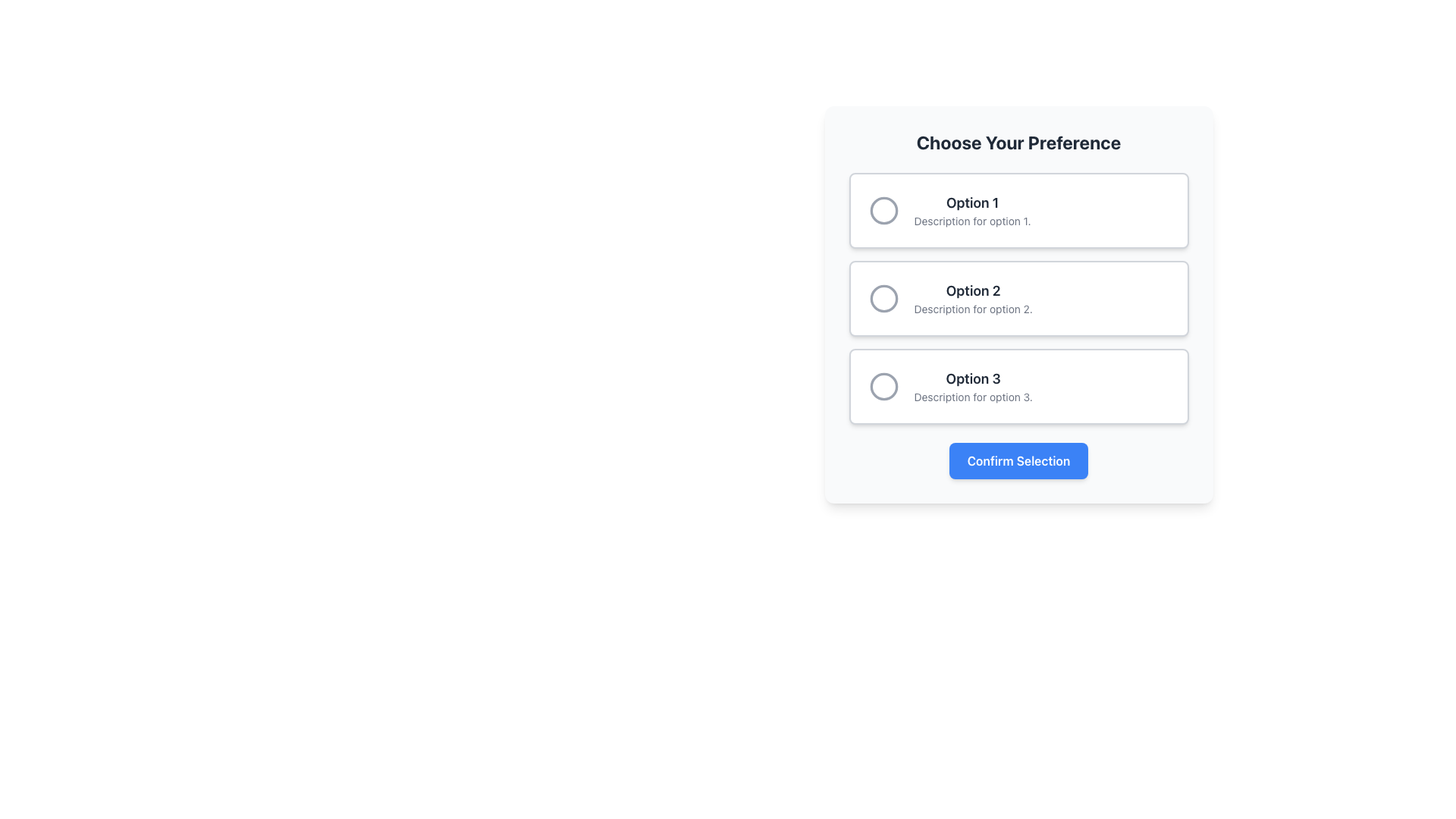 The height and width of the screenshot is (819, 1456). Describe the element at coordinates (972, 210) in the screenshot. I see `text content of the first selectable option in the topmost card of the vertically stacked list of selection cards` at that location.